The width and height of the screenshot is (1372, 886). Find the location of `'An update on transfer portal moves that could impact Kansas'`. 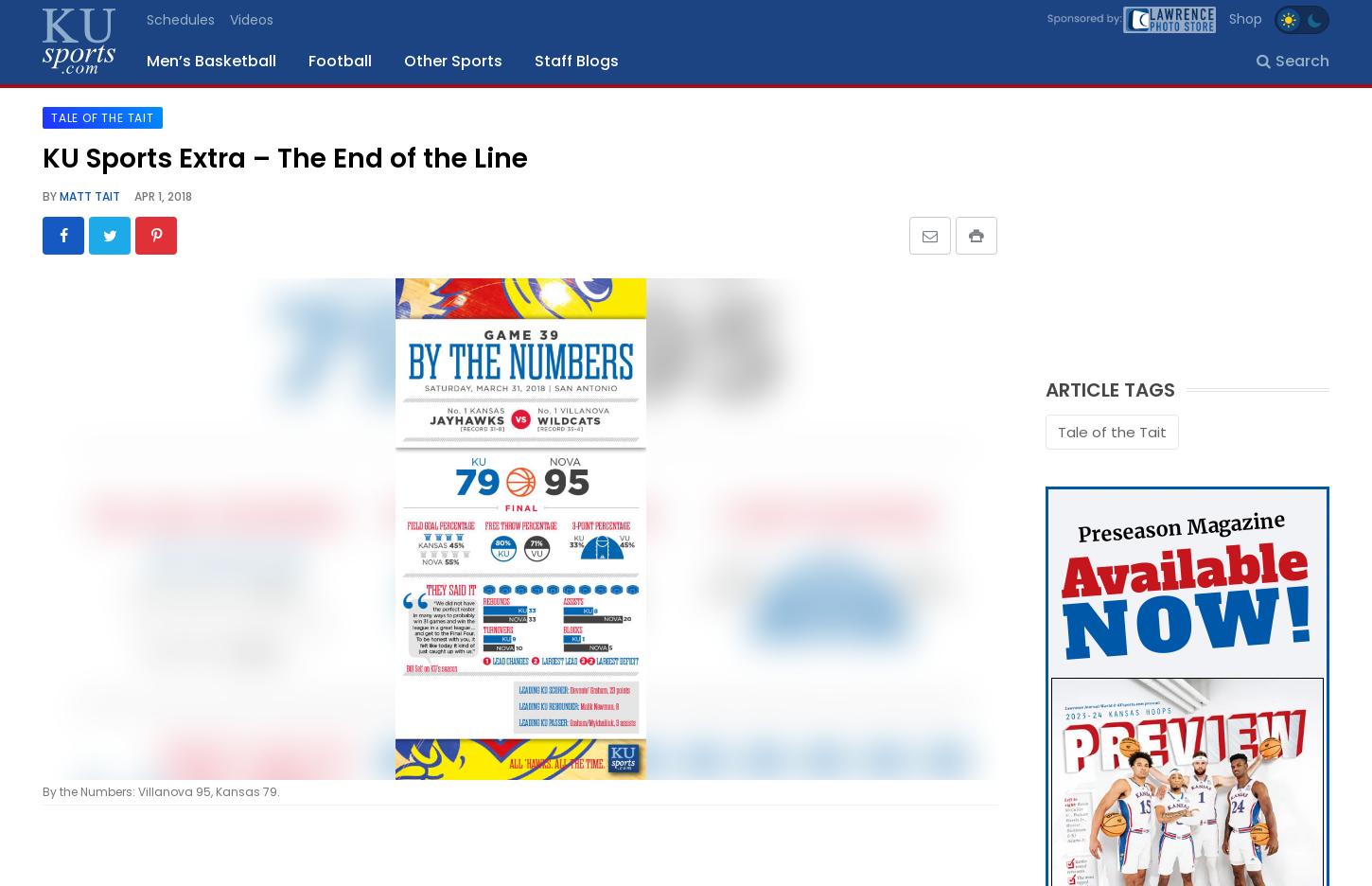

'An update on transfer portal moves that could impact Kansas' is located at coordinates (221, 471).